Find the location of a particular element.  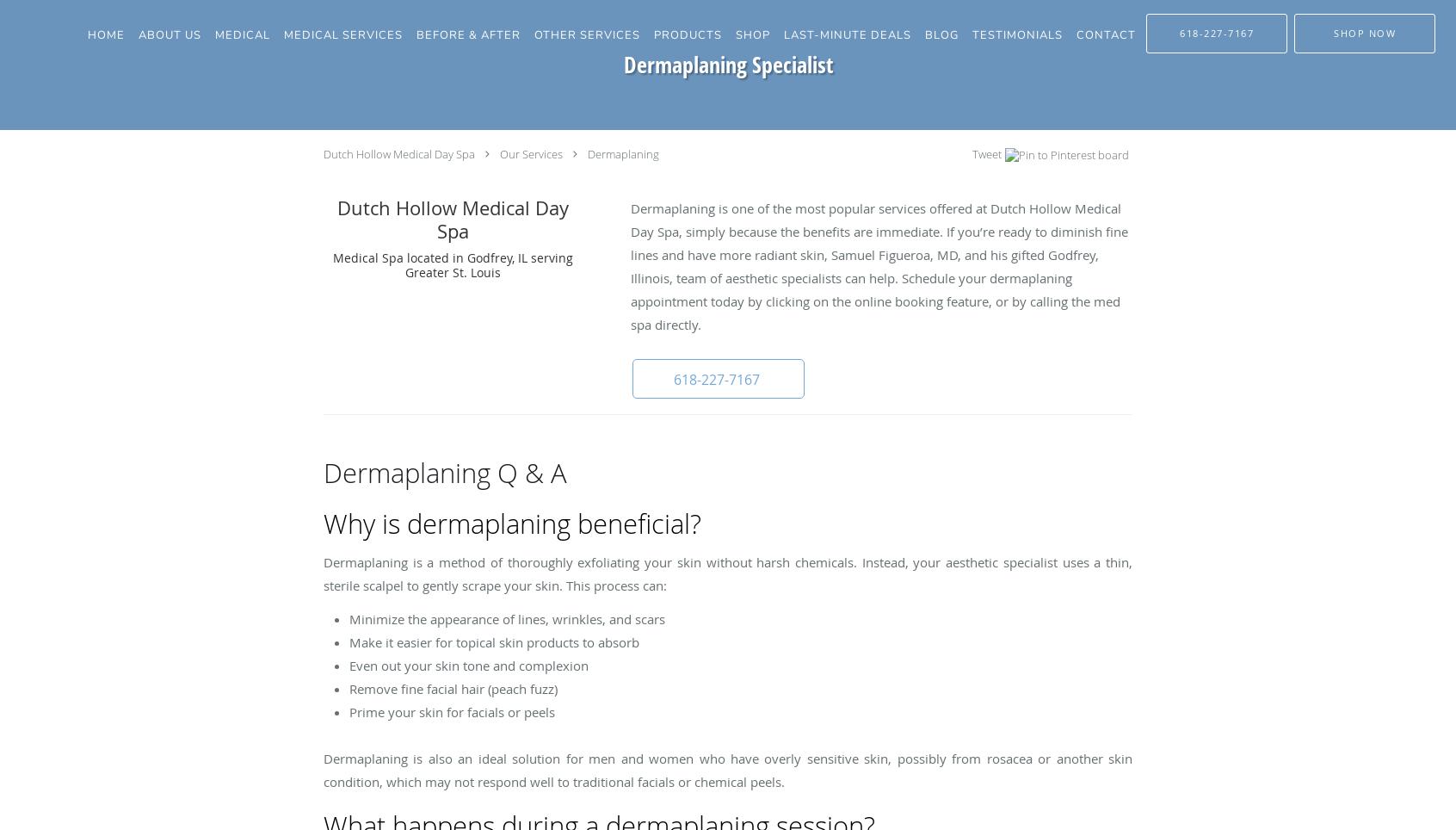

'618-227-7167' is located at coordinates (716, 379).